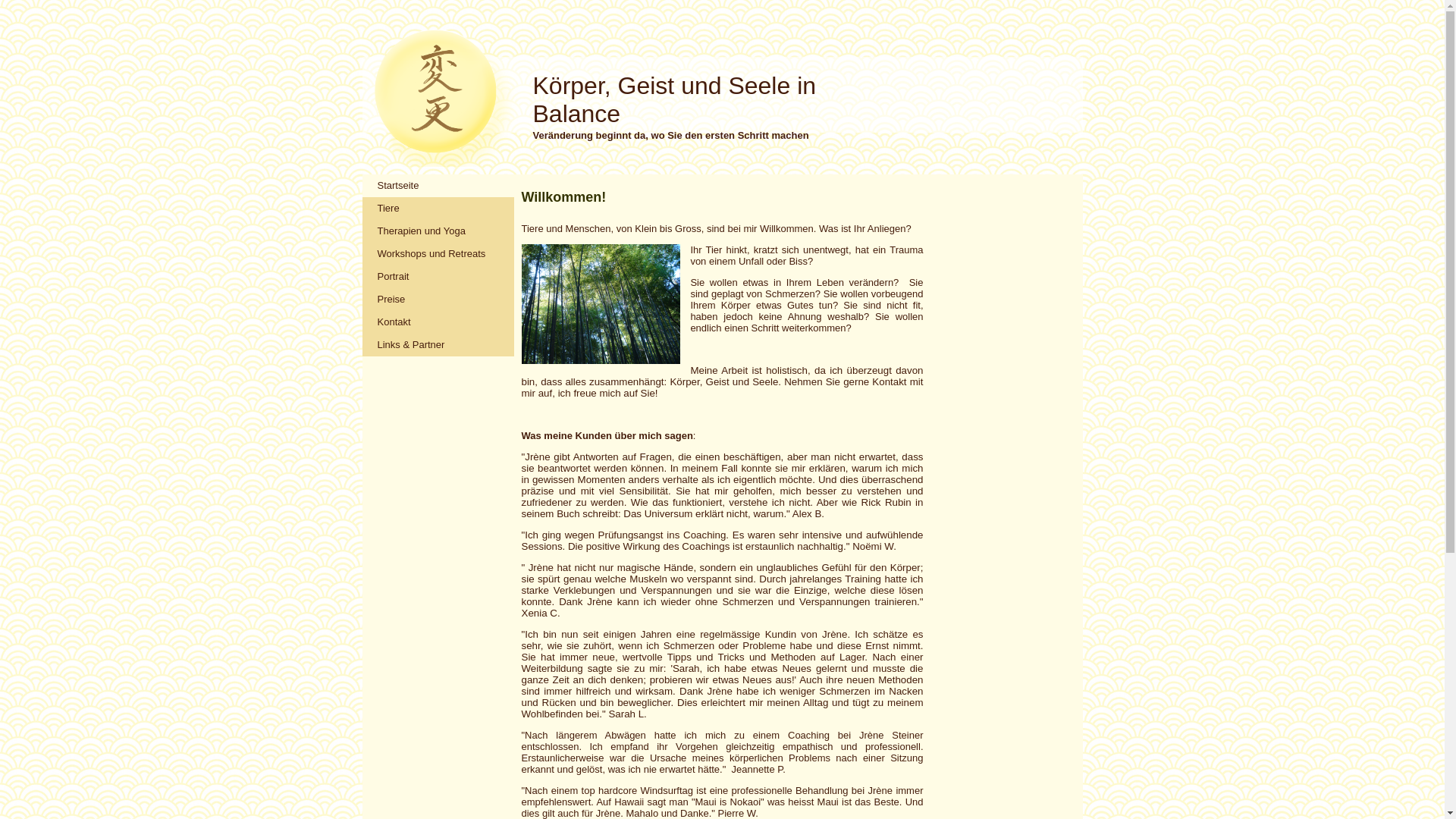 This screenshot has width=1456, height=819. What do you see at coordinates (437, 299) in the screenshot?
I see `'Preise'` at bounding box center [437, 299].